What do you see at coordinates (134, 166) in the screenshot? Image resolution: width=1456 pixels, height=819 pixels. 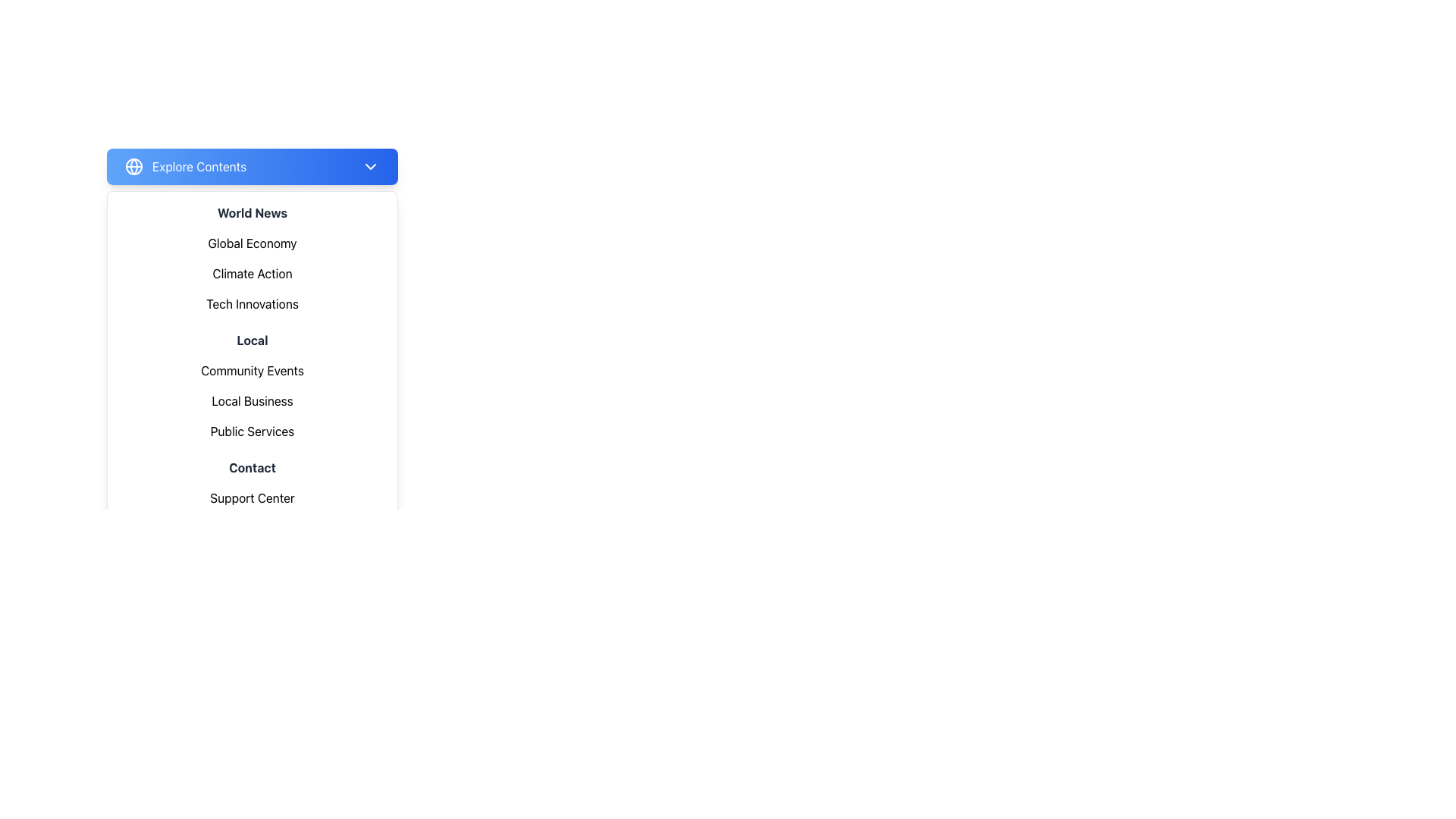 I see `the globe-shaped icon with a blue gradient background, located to the left of the 'Explore Contents' text in the header section` at bounding box center [134, 166].